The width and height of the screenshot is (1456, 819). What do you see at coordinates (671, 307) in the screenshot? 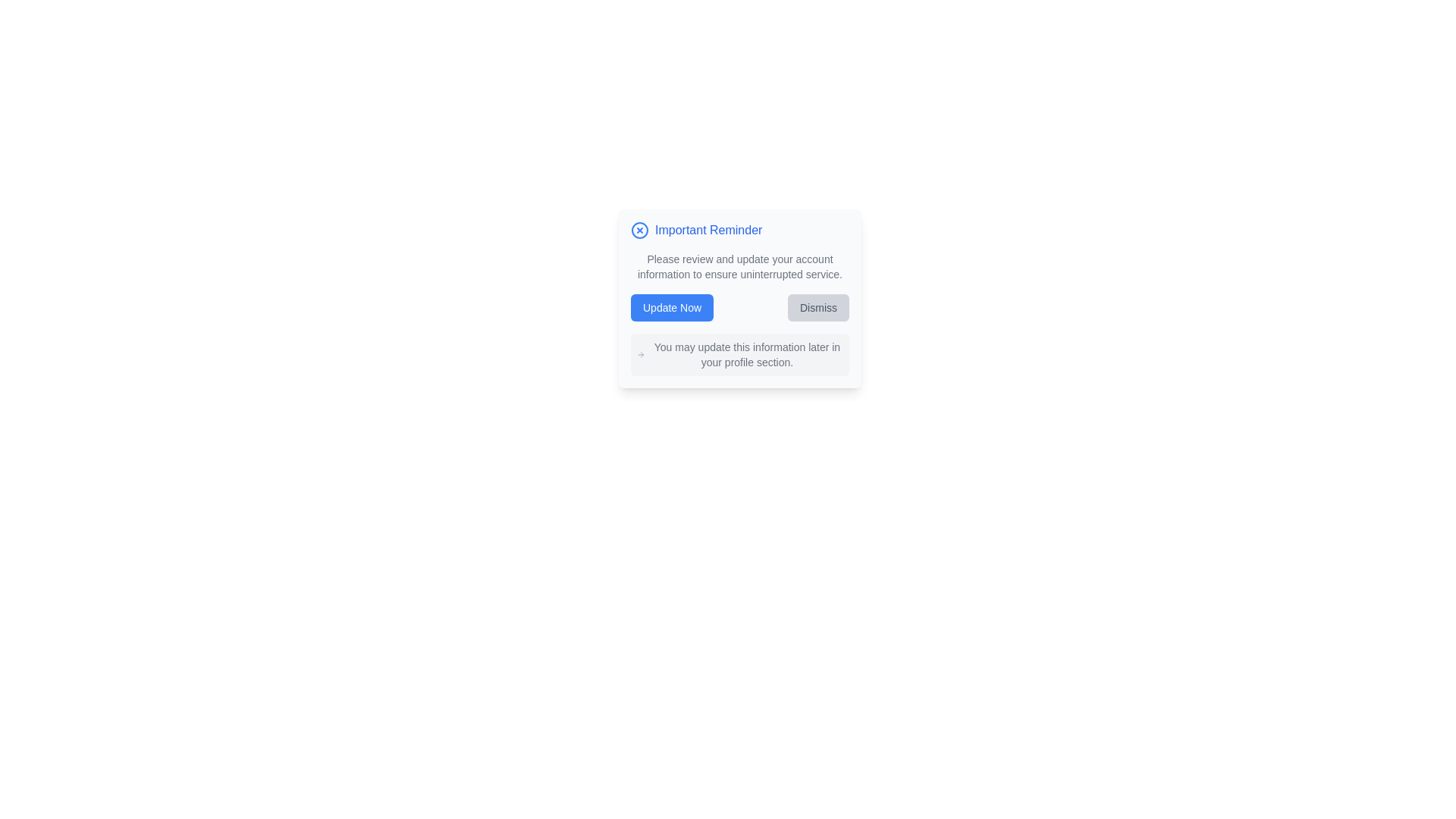
I see `the 'Update Now' button, which has a blue background and white text` at bounding box center [671, 307].